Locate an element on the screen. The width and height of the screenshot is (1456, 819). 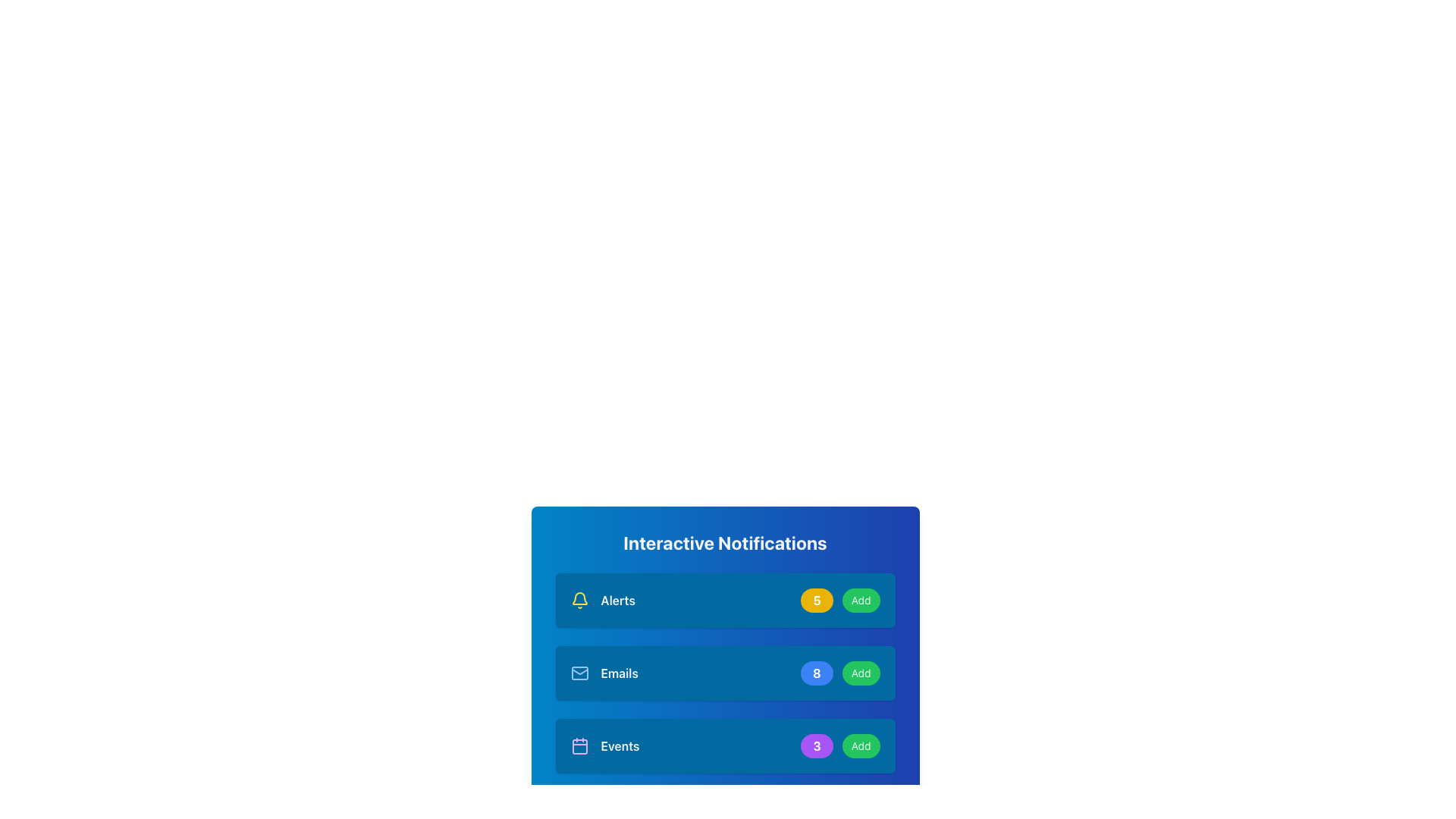
the numerical badge in the 'Interactive Notifications' panel, which indicates alerts and is located adjacent to the 'Alerts' label and to the left of the green 'Add' button is located at coordinates (816, 599).